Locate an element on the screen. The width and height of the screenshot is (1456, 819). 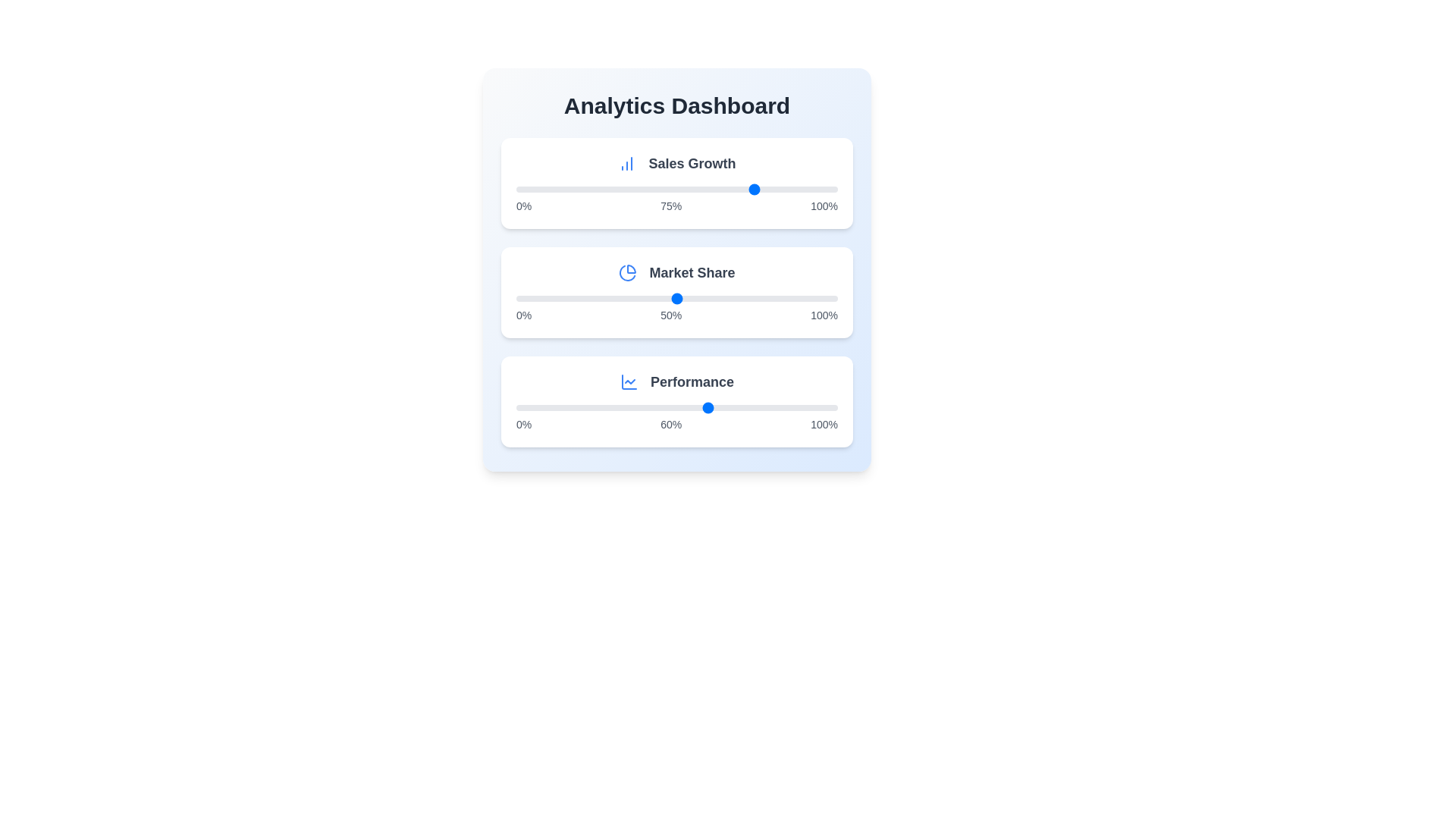
the 'Sales Growth' slider to 72% is located at coordinates (748, 189).